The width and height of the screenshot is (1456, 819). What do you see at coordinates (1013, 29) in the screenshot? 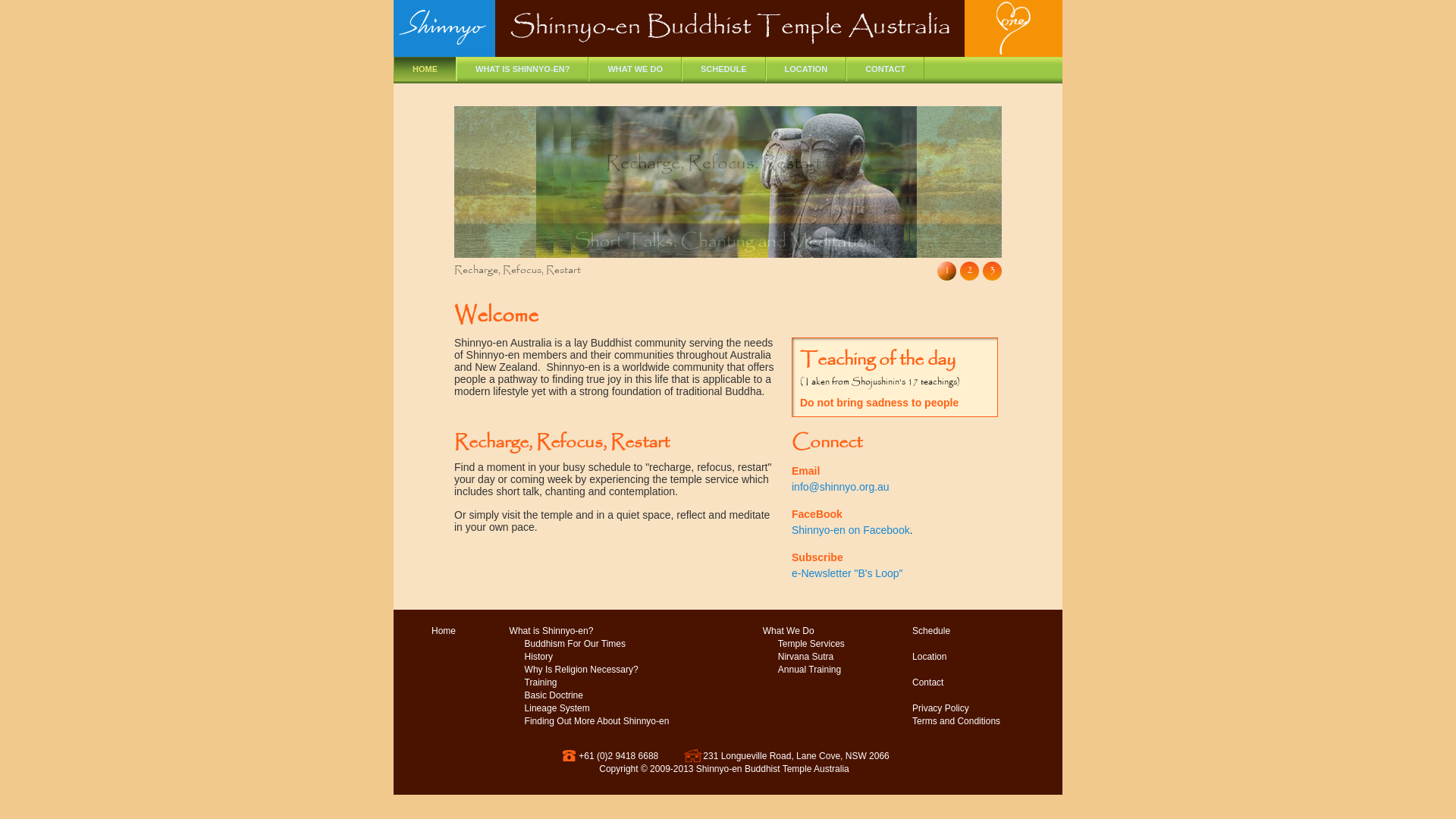
I see `'One Heart'` at bounding box center [1013, 29].